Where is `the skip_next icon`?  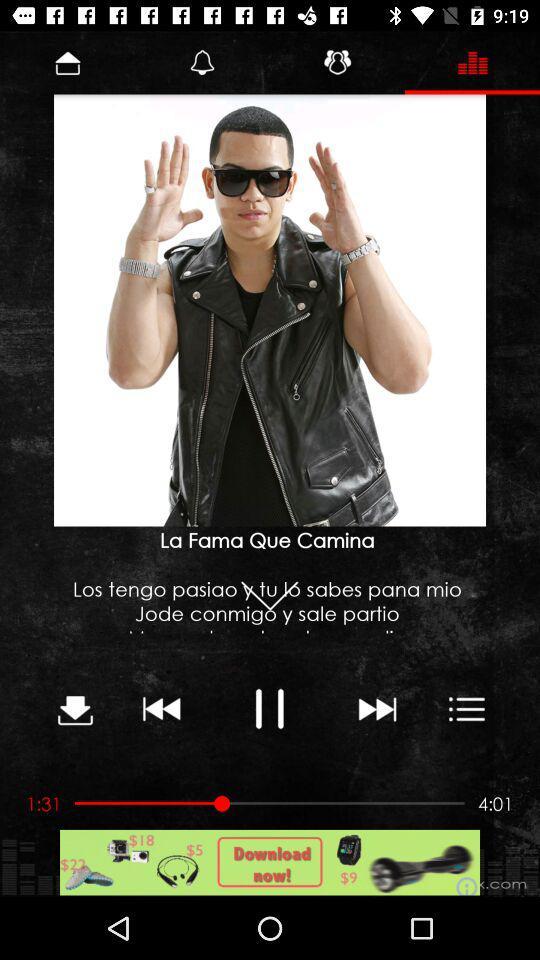 the skip_next icon is located at coordinates (376, 708).